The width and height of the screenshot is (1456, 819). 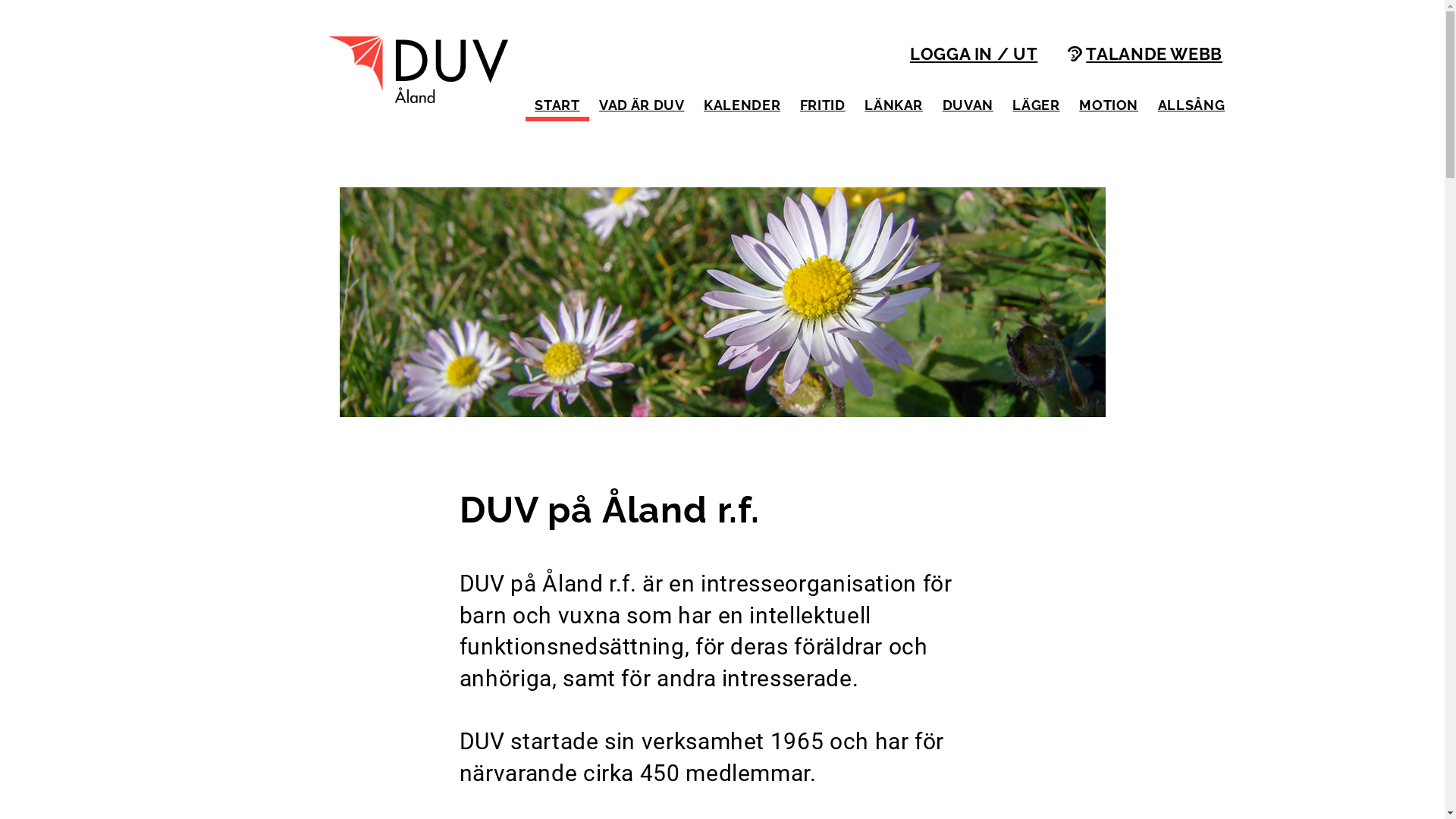 I want to click on 'MOTION', so click(x=1108, y=104).